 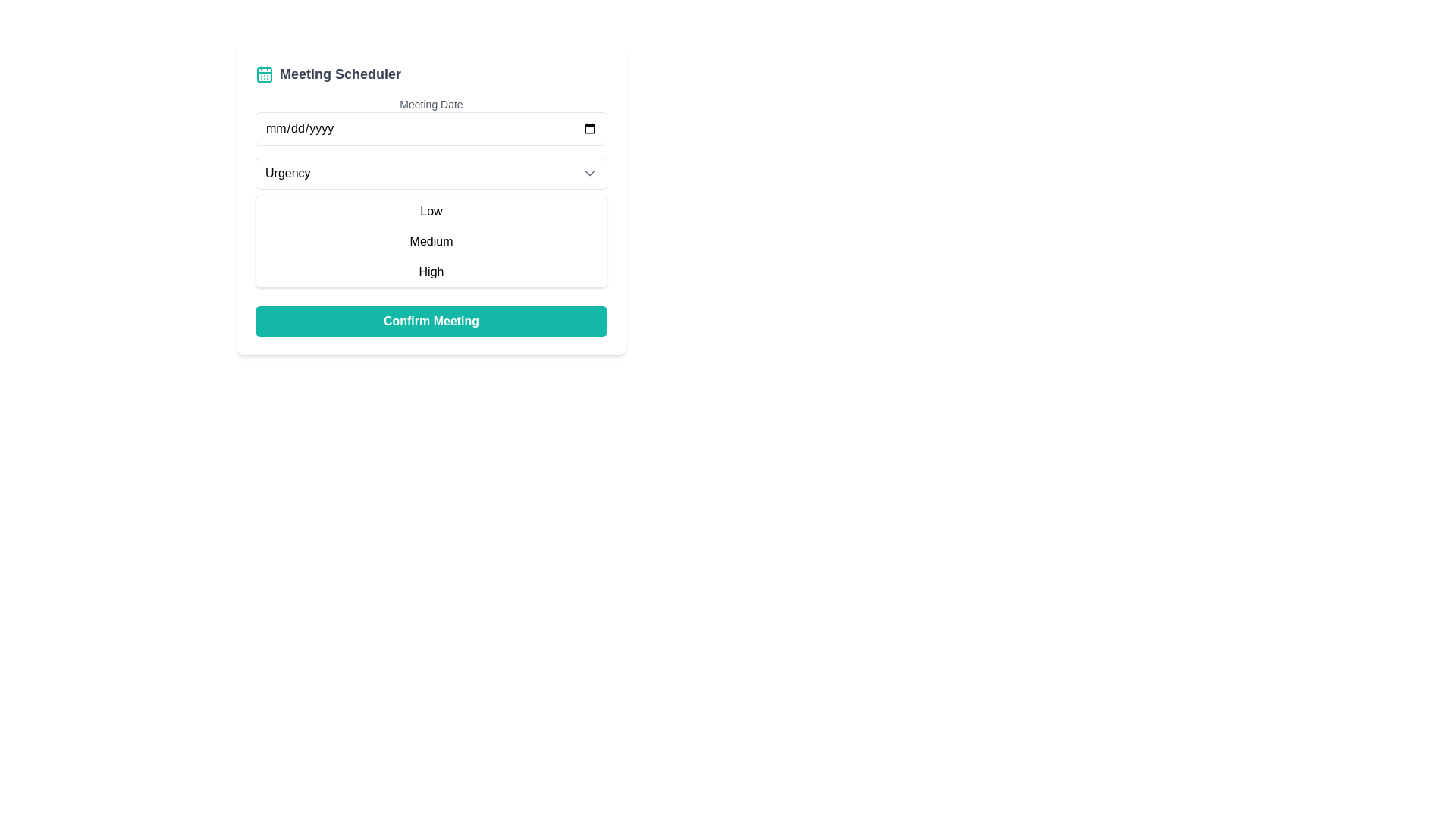 What do you see at coordinates (431, 120) in the screenshot?
I see `a date in the Date input field below the 'Meeting Date' label using the calendar picker` at bounding box center [431, 120].